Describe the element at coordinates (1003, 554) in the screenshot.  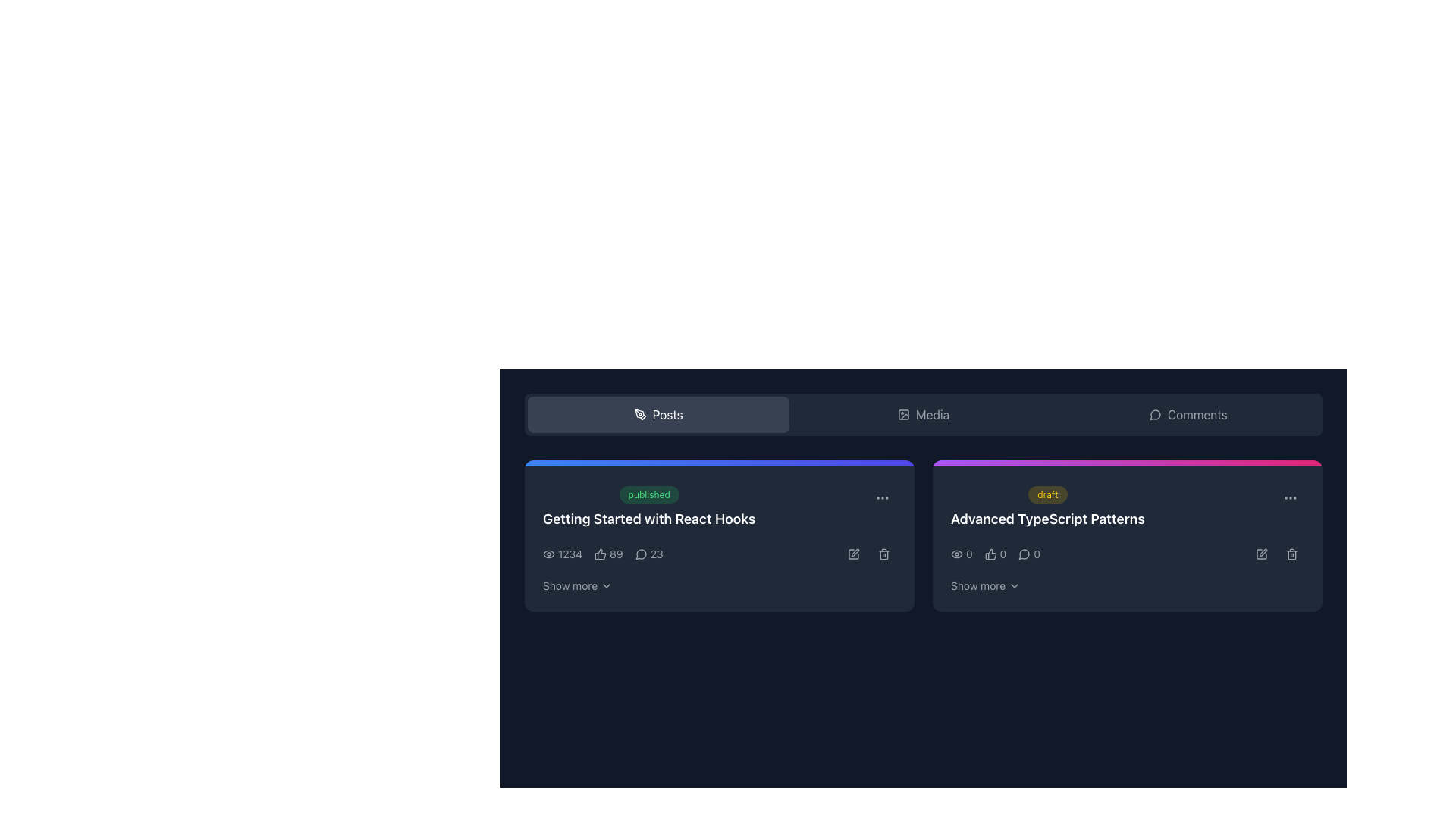
I see `the numeric text label displaying '0', which is styled with a white font color and positioned to the right of a thumbs-up icon, indicating a count of positive interactions` at that location.